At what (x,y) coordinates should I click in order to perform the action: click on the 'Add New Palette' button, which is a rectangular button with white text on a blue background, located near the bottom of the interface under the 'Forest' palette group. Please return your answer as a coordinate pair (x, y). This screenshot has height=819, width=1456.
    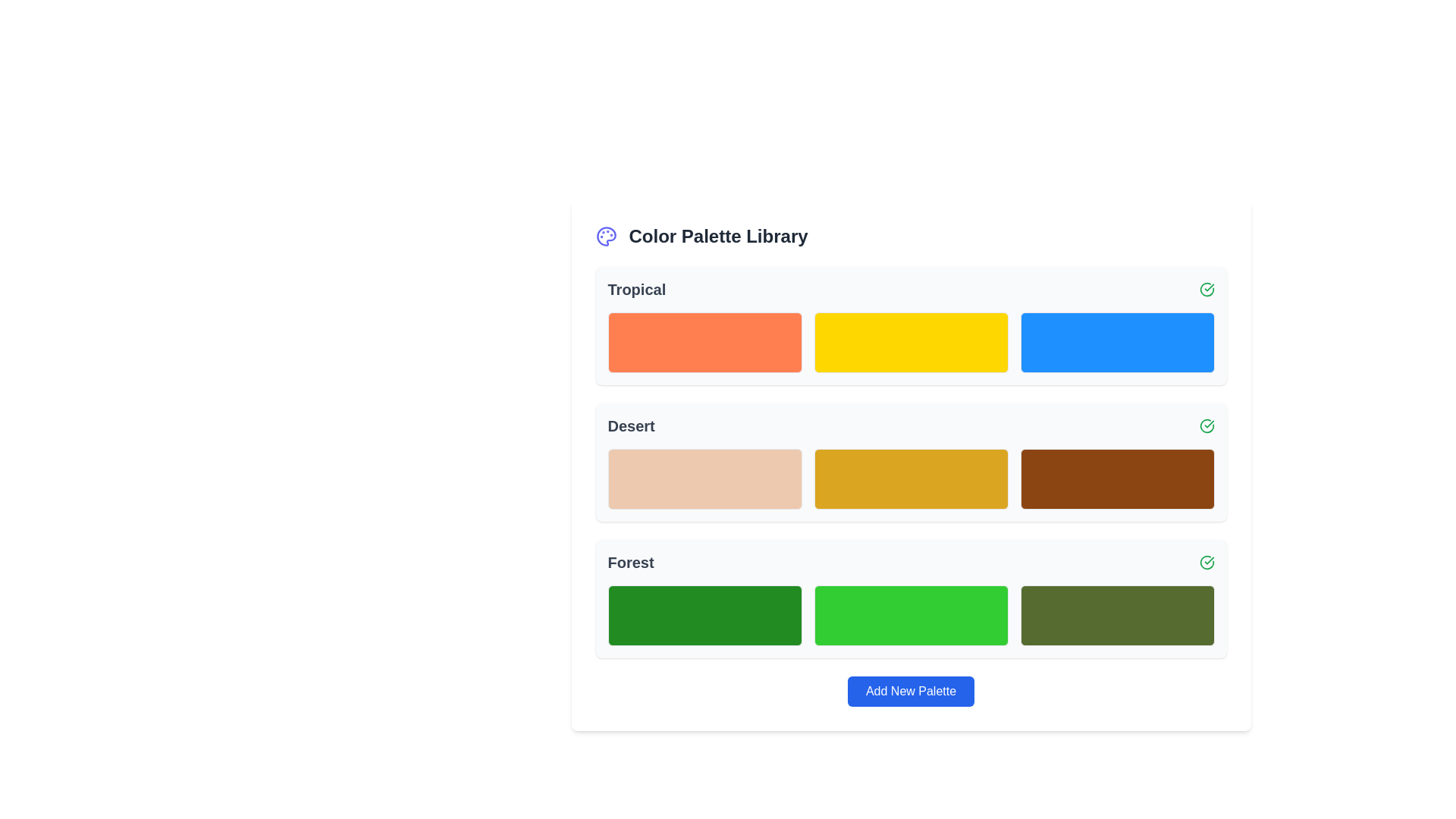
    Looking at the image, I should click on (910, 691).